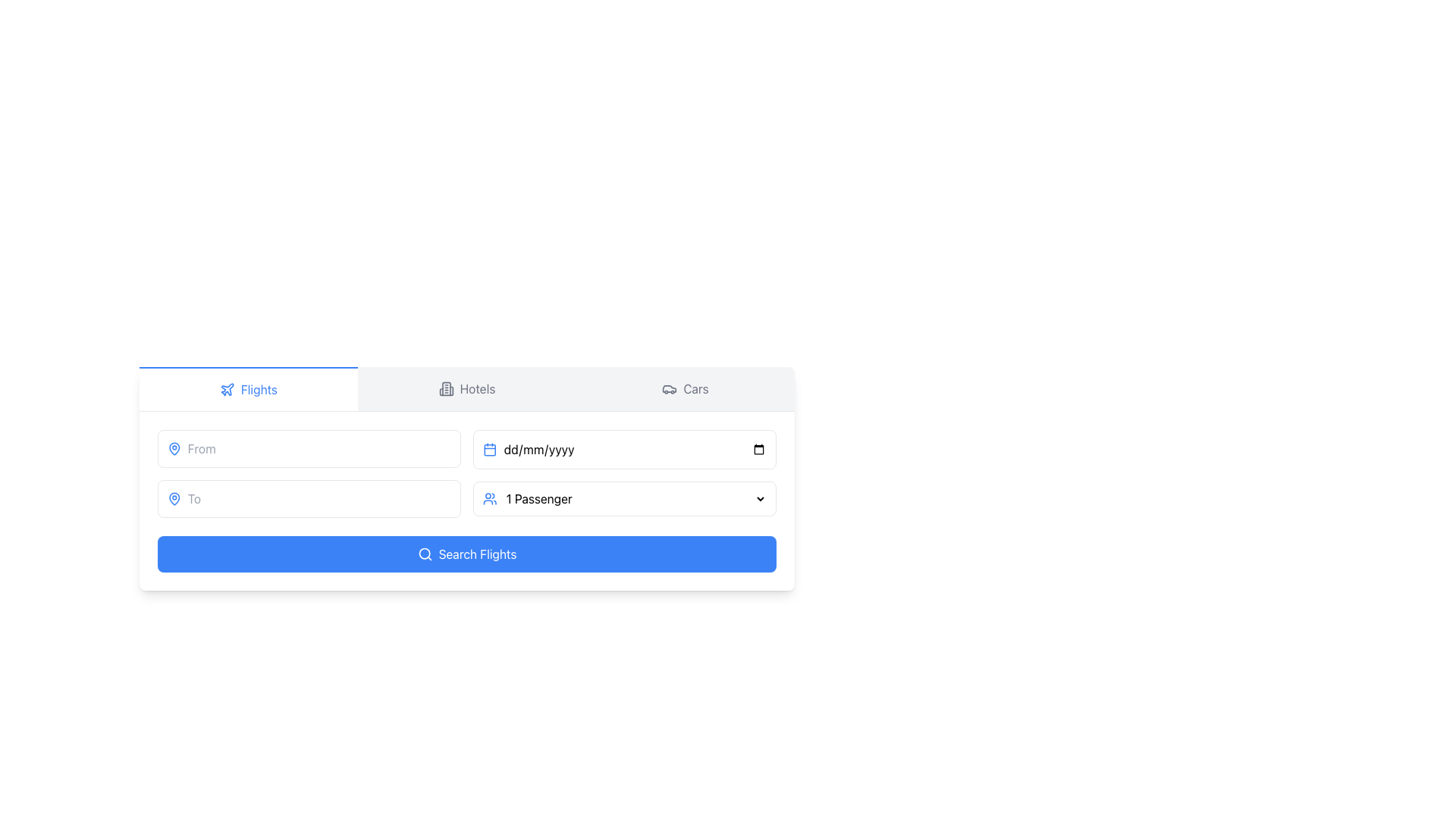 The height and width of the screenshot is (819, 1456). I want to click on the 'Search Flights' button, which is a rectangular button with rounded corners, blue background, and white text, located at the bottom of the flight search form, so click(466, 554).